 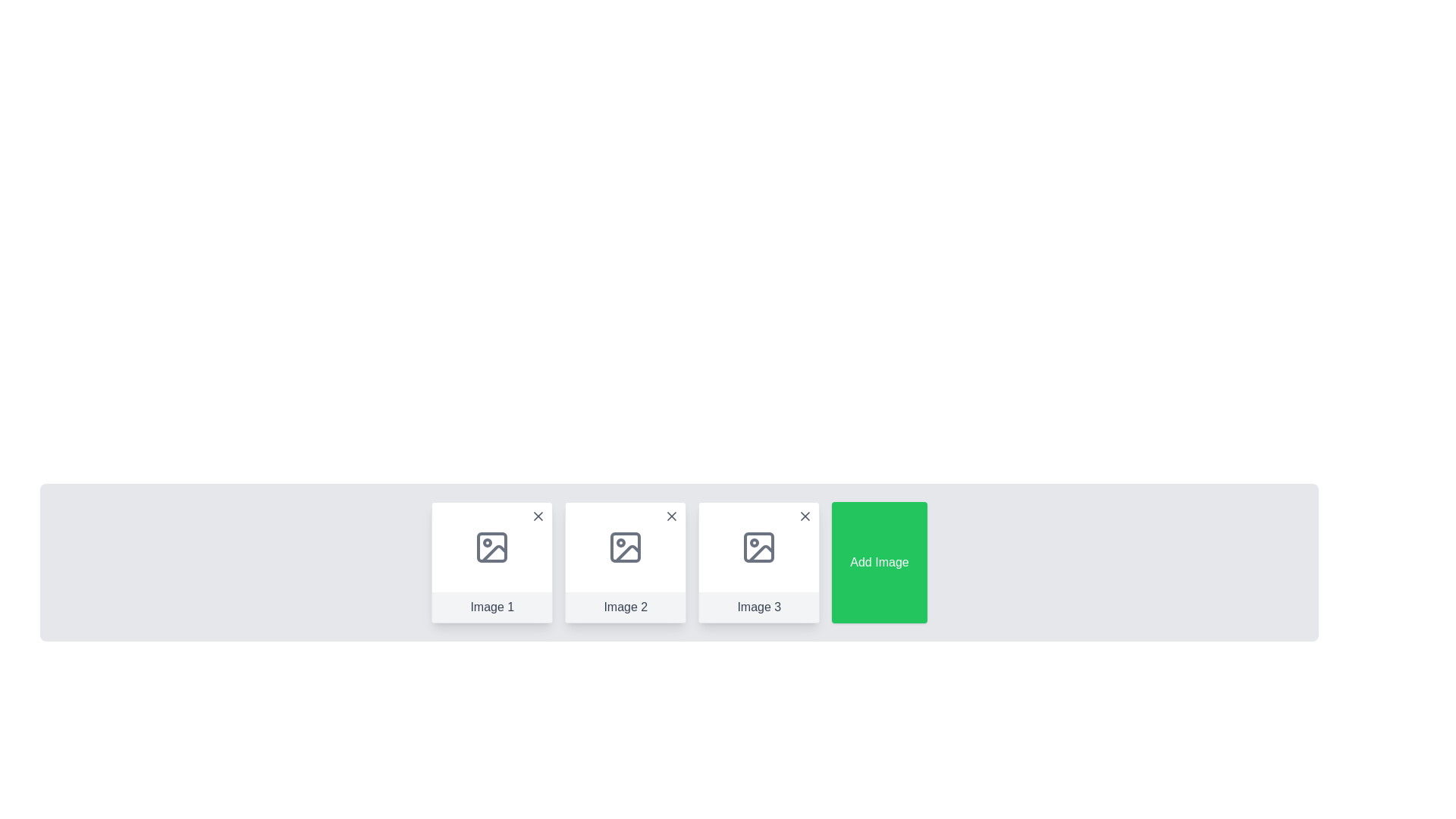 I want to click on the close button represented by a diagonal cross mark ('X') located in the top-right corner of the Image 3 thumbnail, so click(x=805, y=516).